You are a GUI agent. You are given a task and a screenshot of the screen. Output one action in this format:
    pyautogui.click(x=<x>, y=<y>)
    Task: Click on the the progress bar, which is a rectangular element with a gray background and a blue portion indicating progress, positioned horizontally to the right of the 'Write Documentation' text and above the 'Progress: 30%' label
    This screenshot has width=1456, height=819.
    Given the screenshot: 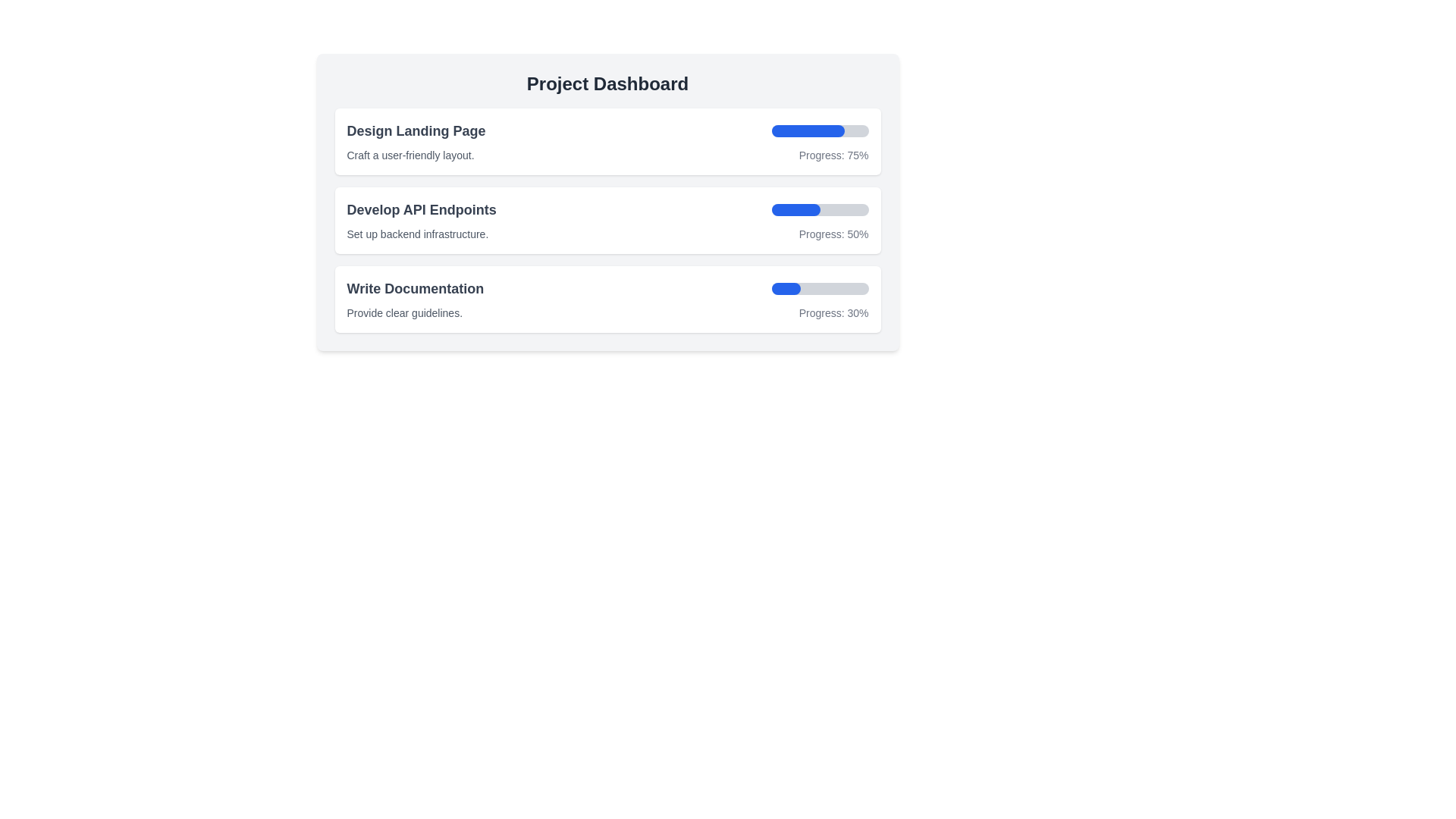 What is the action you would take?
    pyautogui.click(x=819, y=289)
    